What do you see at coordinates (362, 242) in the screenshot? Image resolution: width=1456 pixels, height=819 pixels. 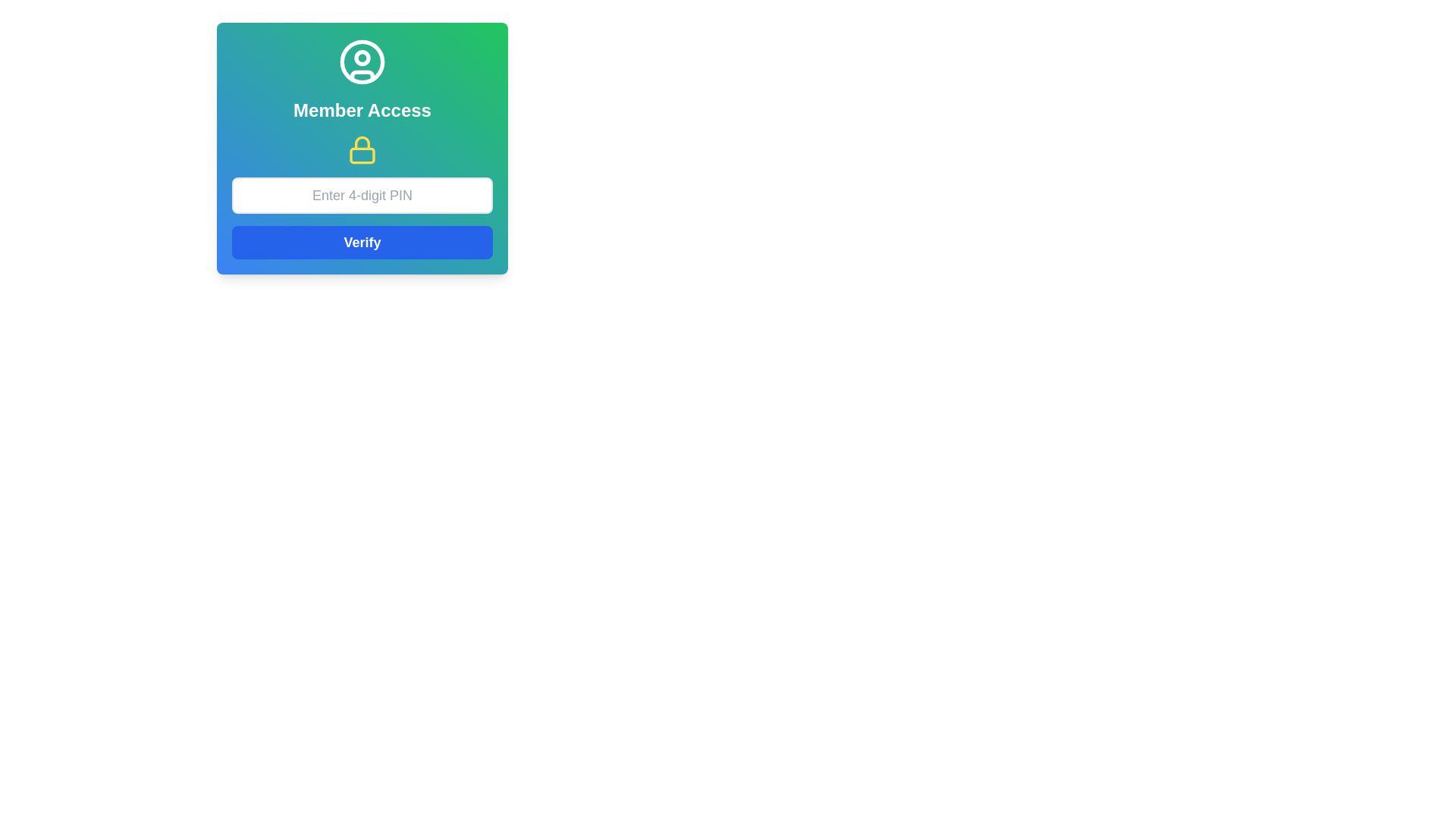 I see `the 'Verify' button, which is a rectangular button with a blue background and rounded corners, located below the 'Enter 4-digit PIN' input field to activate hover styling` at bounding box center [362, 242].